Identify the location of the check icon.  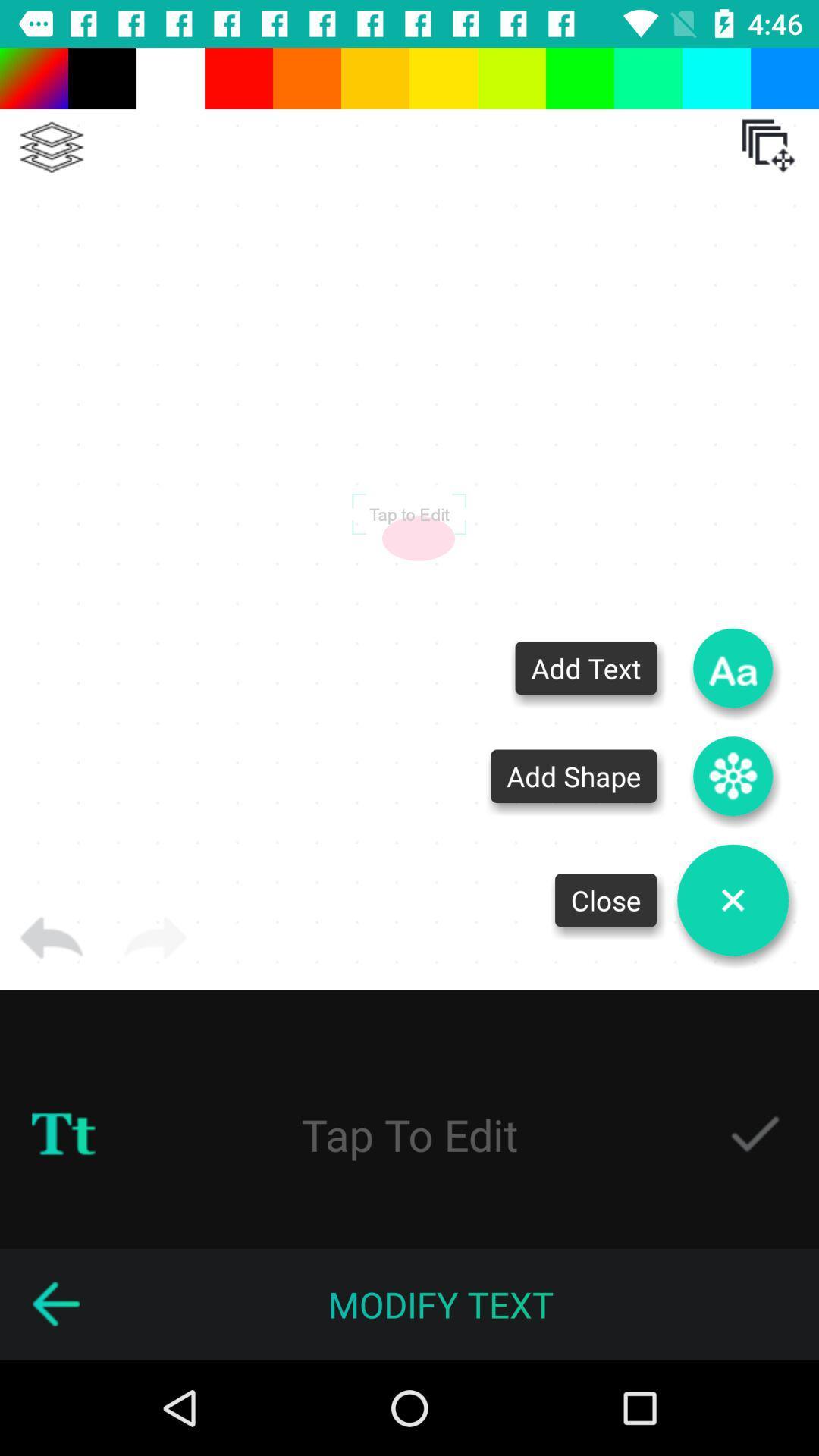
(755, 1134).